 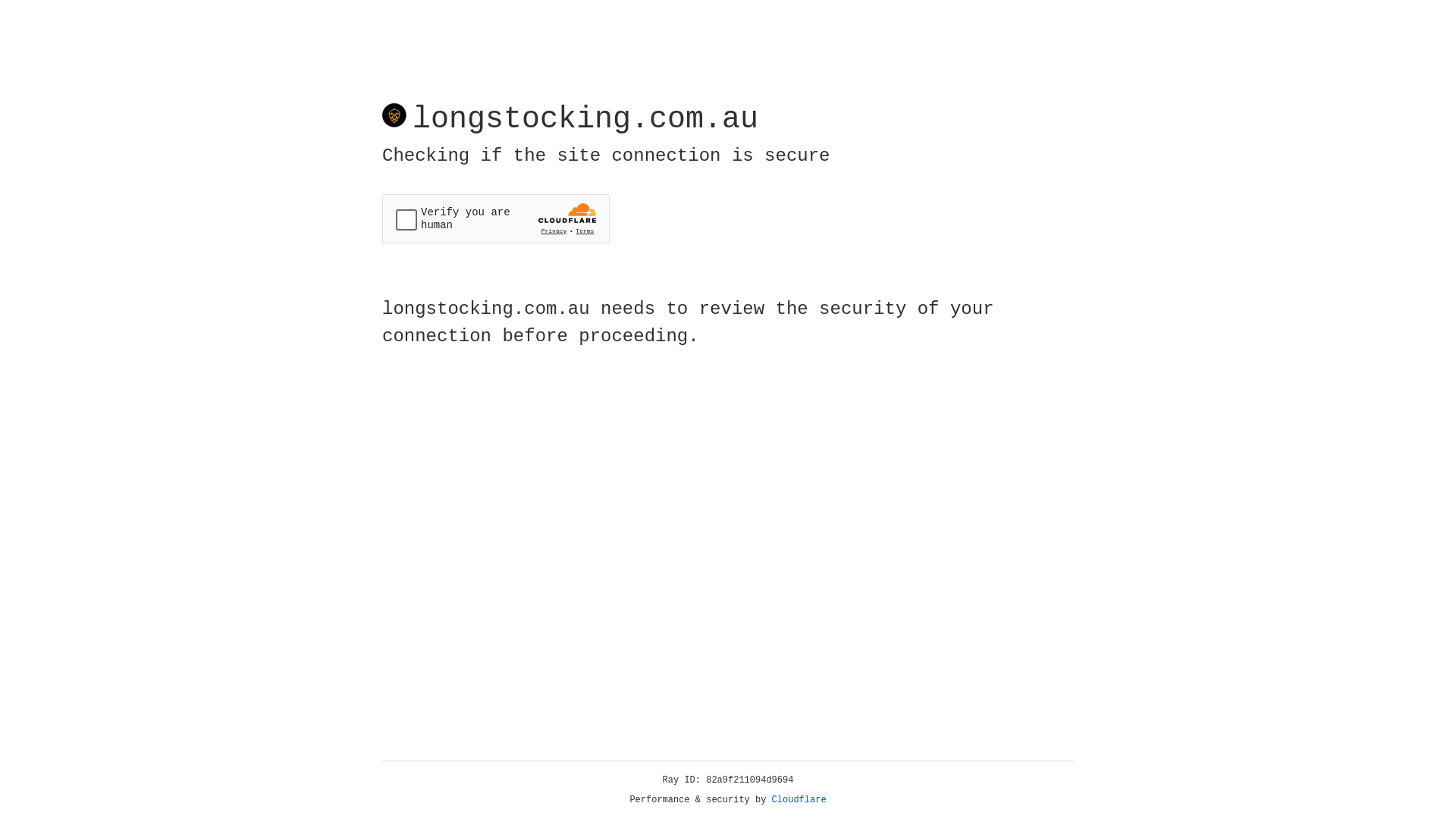 What do you see at coordinates (799, 799) in the screenshot?
I see `'Cloudflare'` at bounding box center [799, 799].